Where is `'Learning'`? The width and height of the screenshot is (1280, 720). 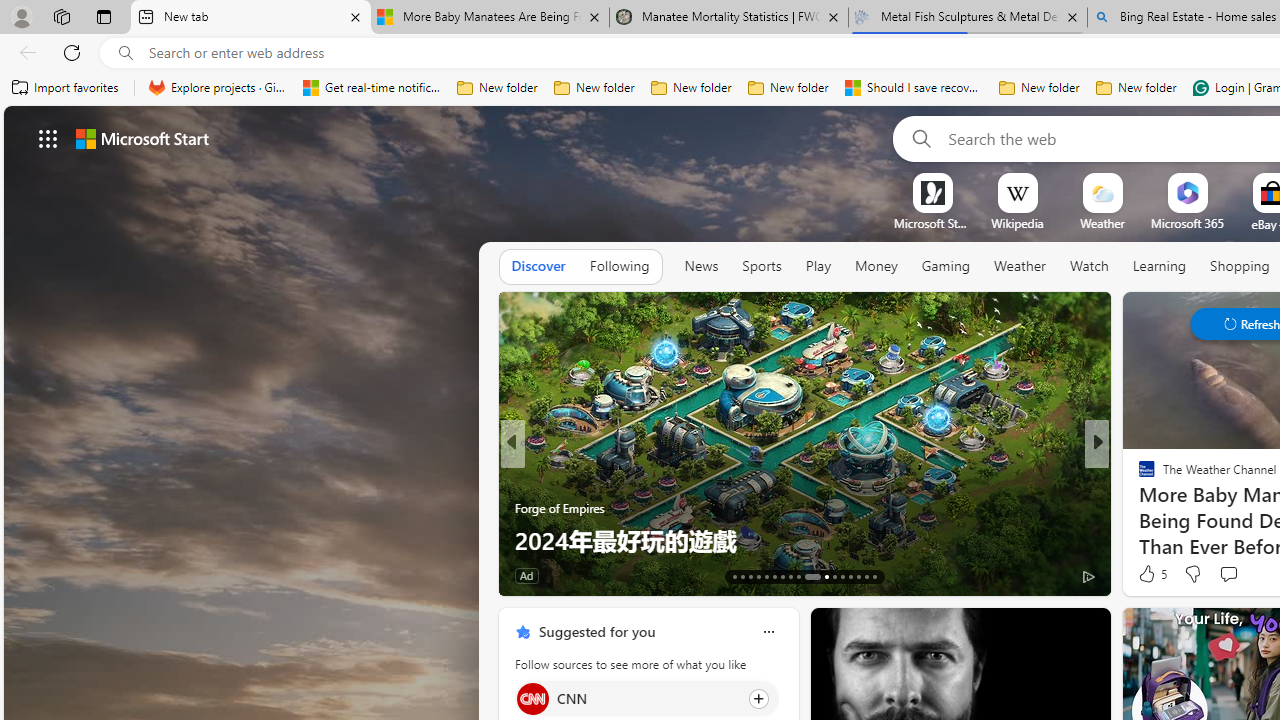
'Learning' is located at coordinates (1159, 266).